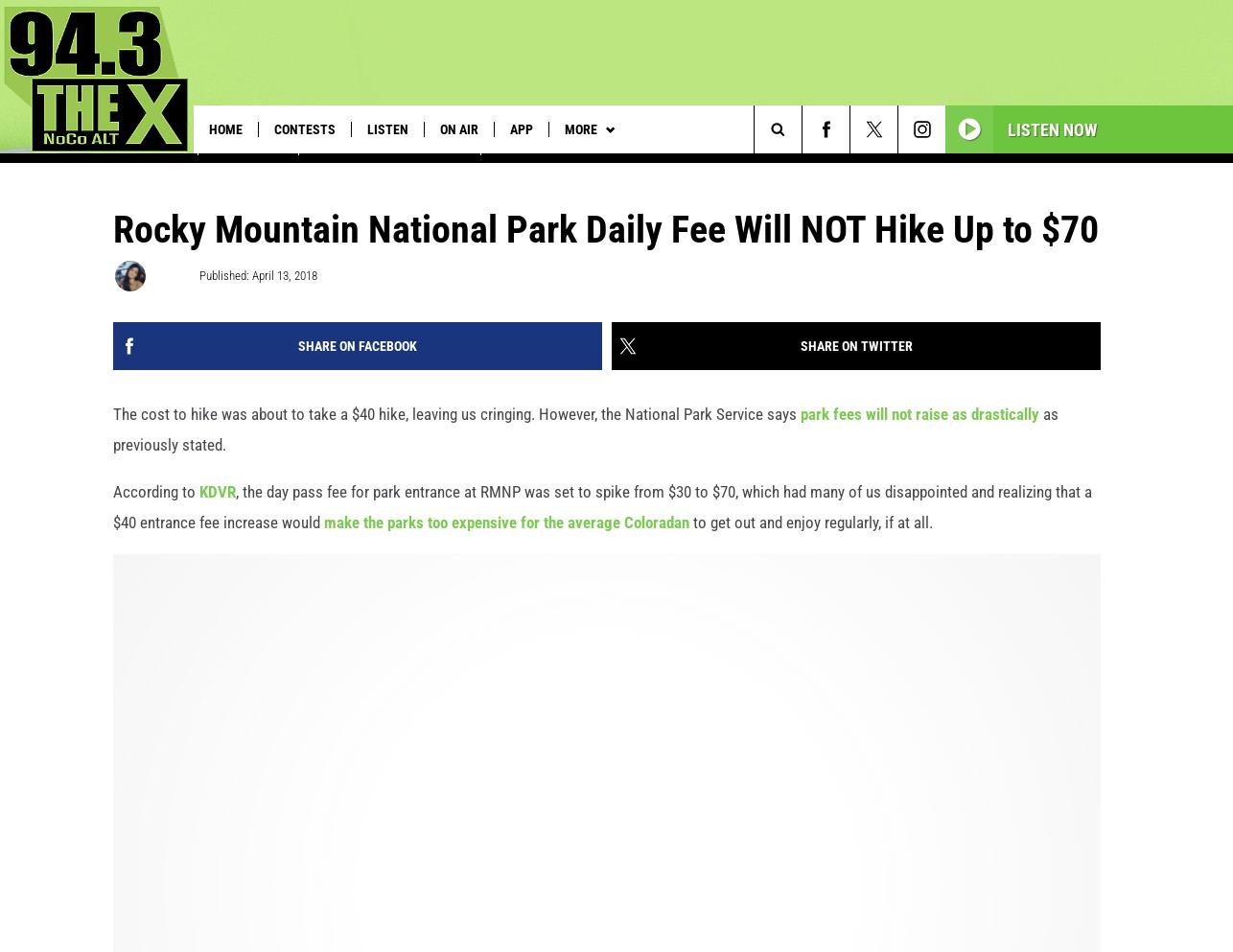  Describe the element at coordinates (45, 167) in the screenshot. I see `'Trending:'` at that location.